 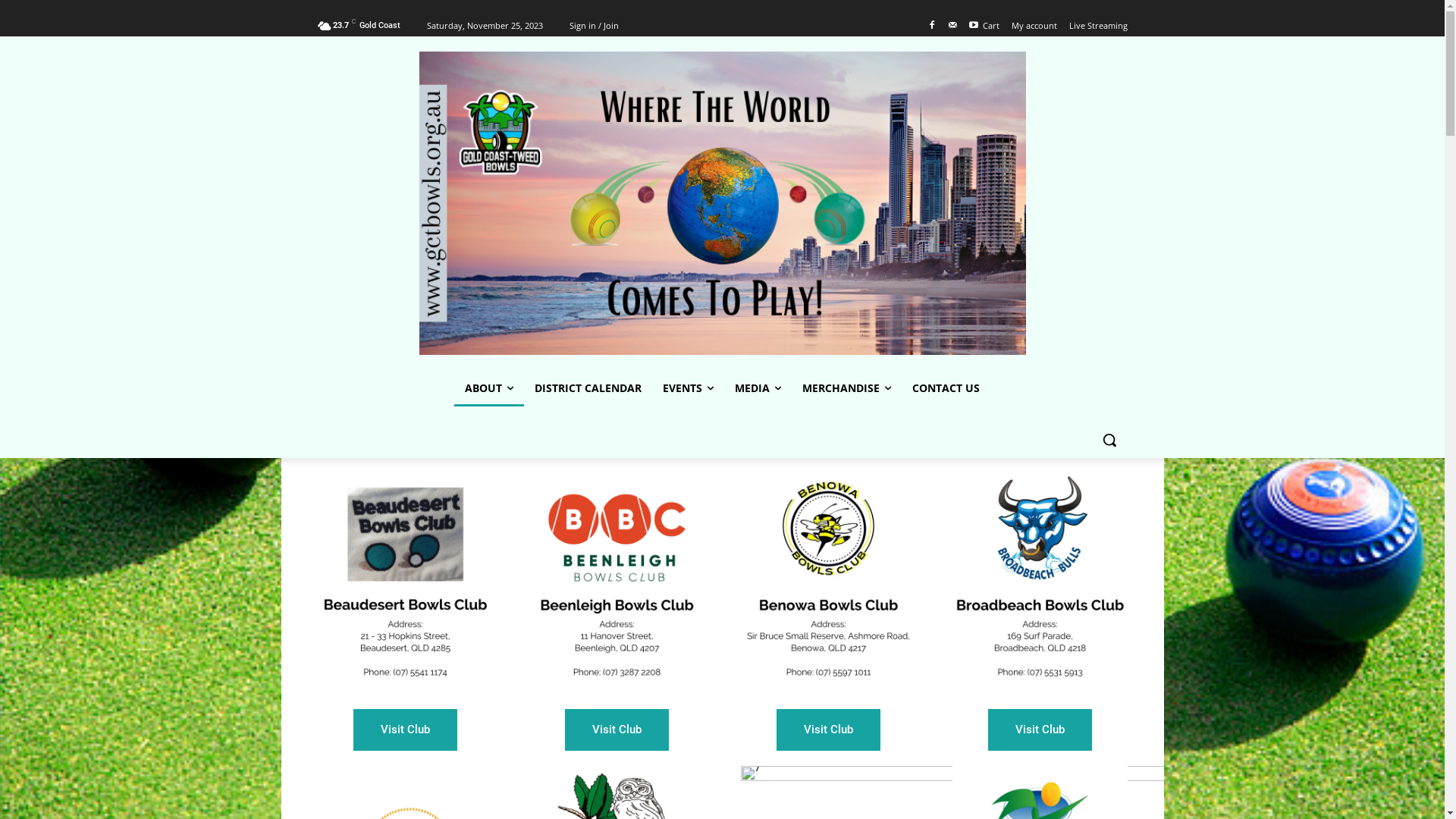 What do you see at coordinates (827, 729) in the screenshot?
I see `'Visit Club'` at bounding box center [827, 729].